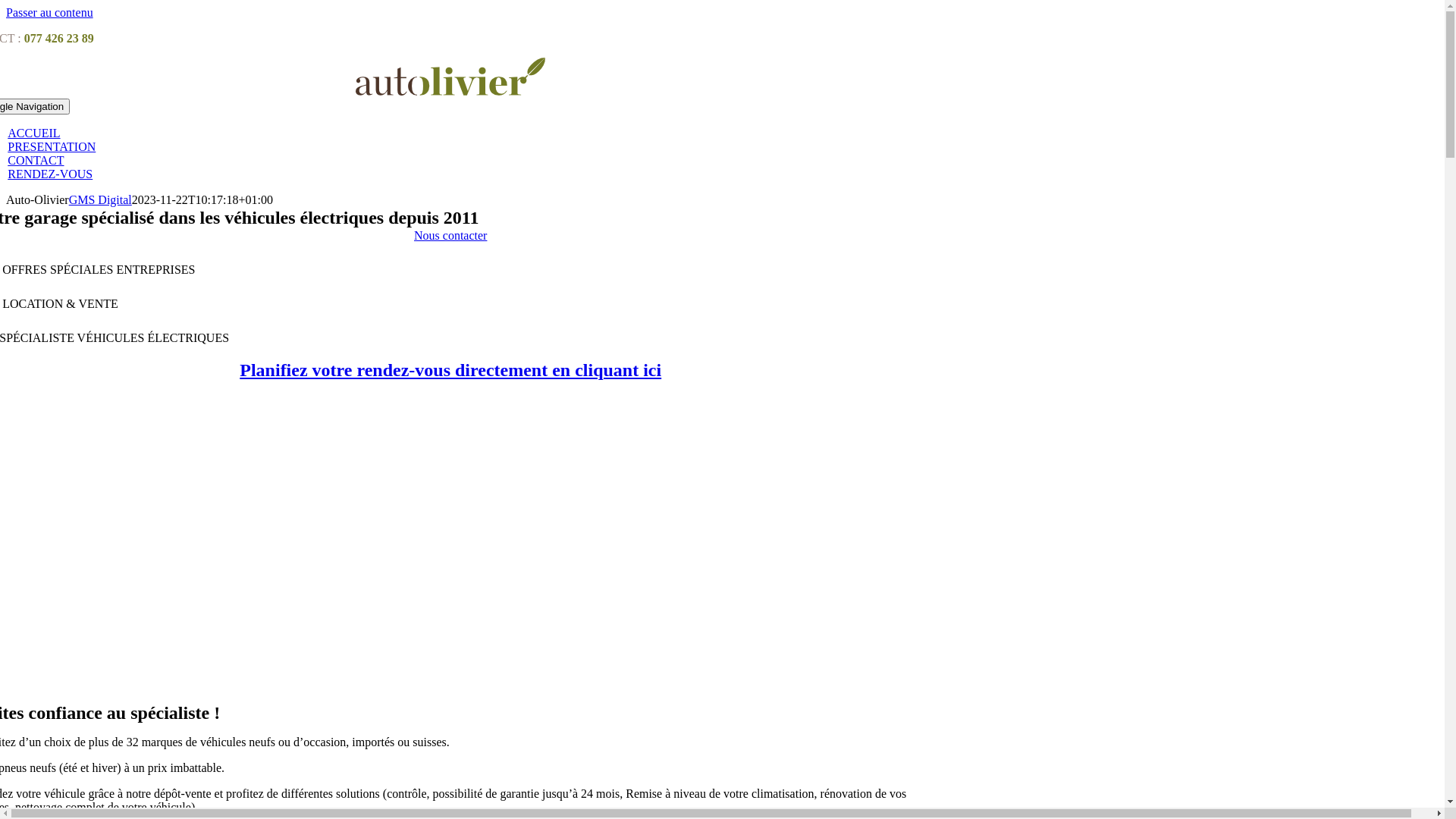  I want to click on 'PRESENTATION', so click(51, 146).